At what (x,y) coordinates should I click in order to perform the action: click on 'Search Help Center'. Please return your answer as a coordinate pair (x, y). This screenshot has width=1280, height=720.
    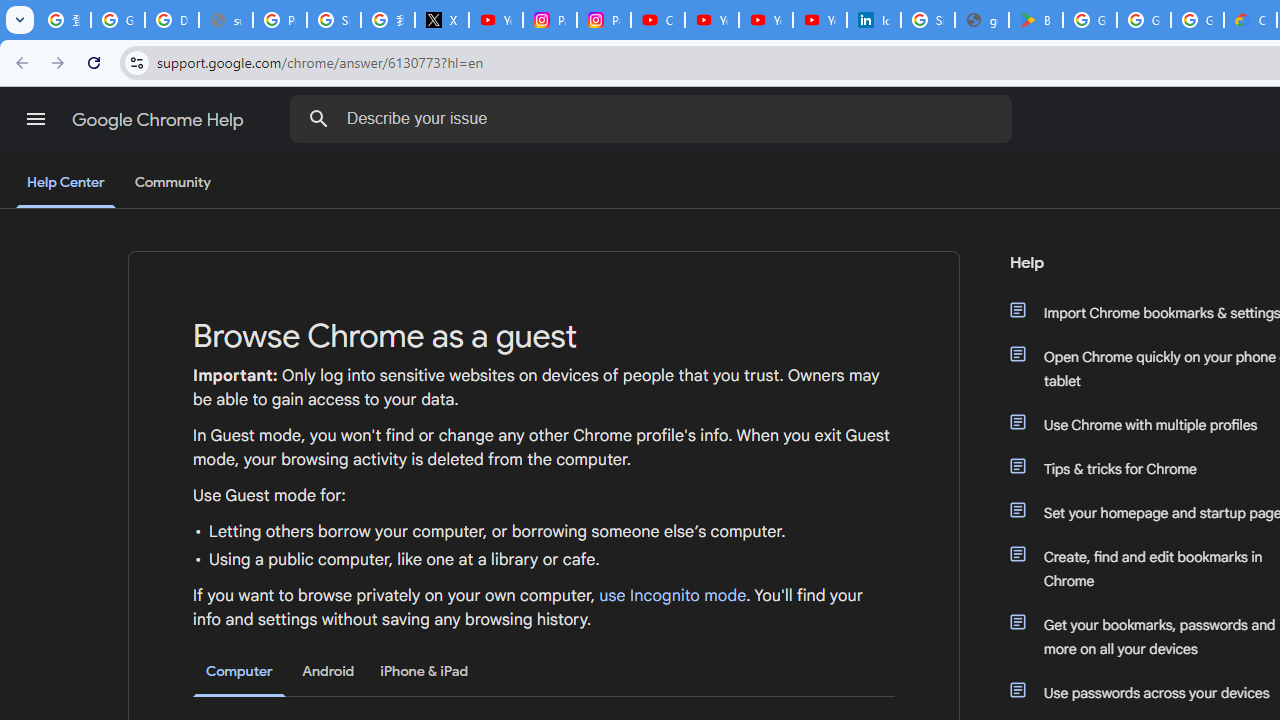
    Looking at the image, I should click on (317, 118).